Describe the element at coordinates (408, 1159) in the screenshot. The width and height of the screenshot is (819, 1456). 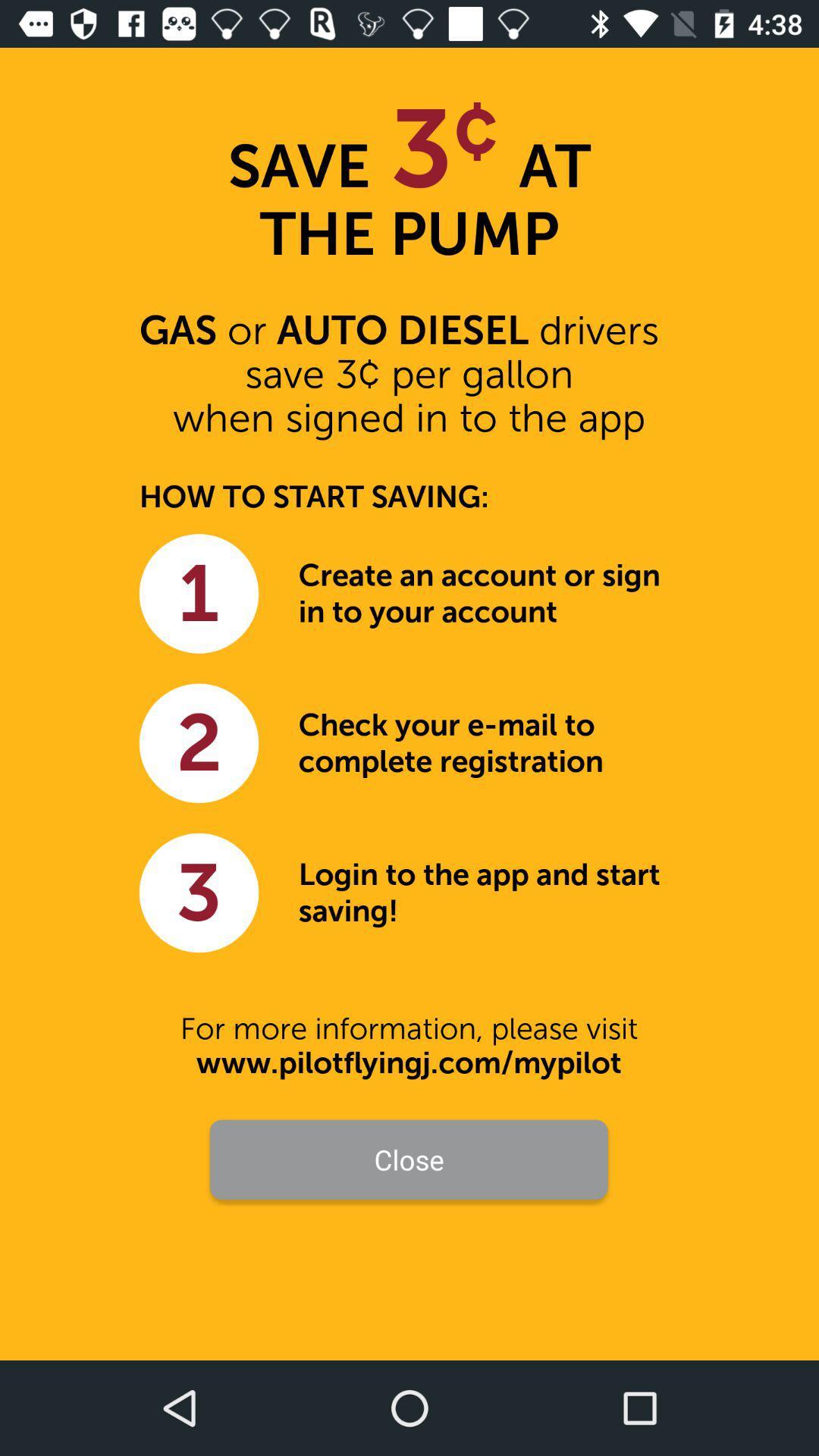
I see `the close item` at that location.